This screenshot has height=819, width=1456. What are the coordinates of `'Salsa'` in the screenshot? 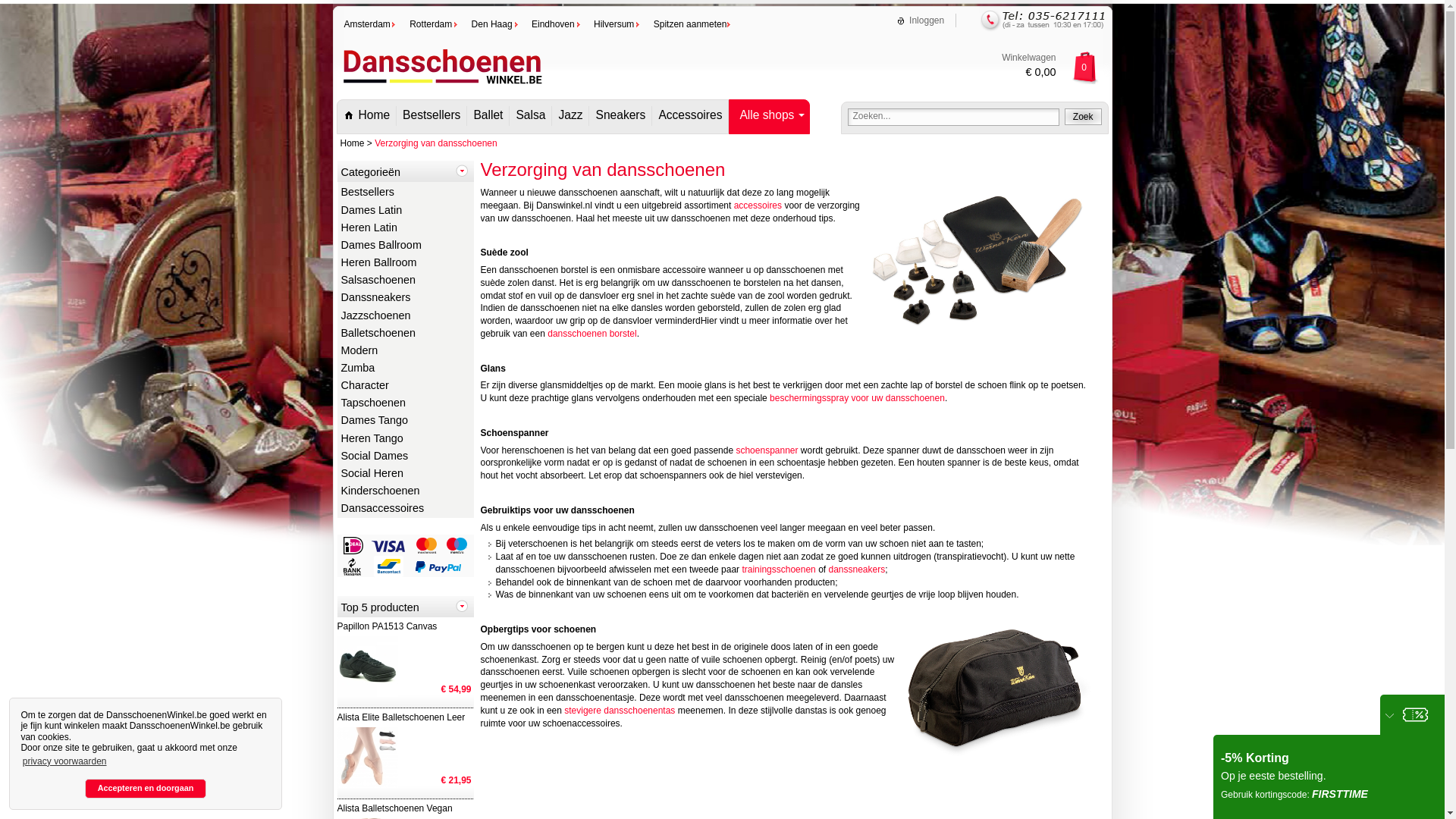 It's located at (530, 115).